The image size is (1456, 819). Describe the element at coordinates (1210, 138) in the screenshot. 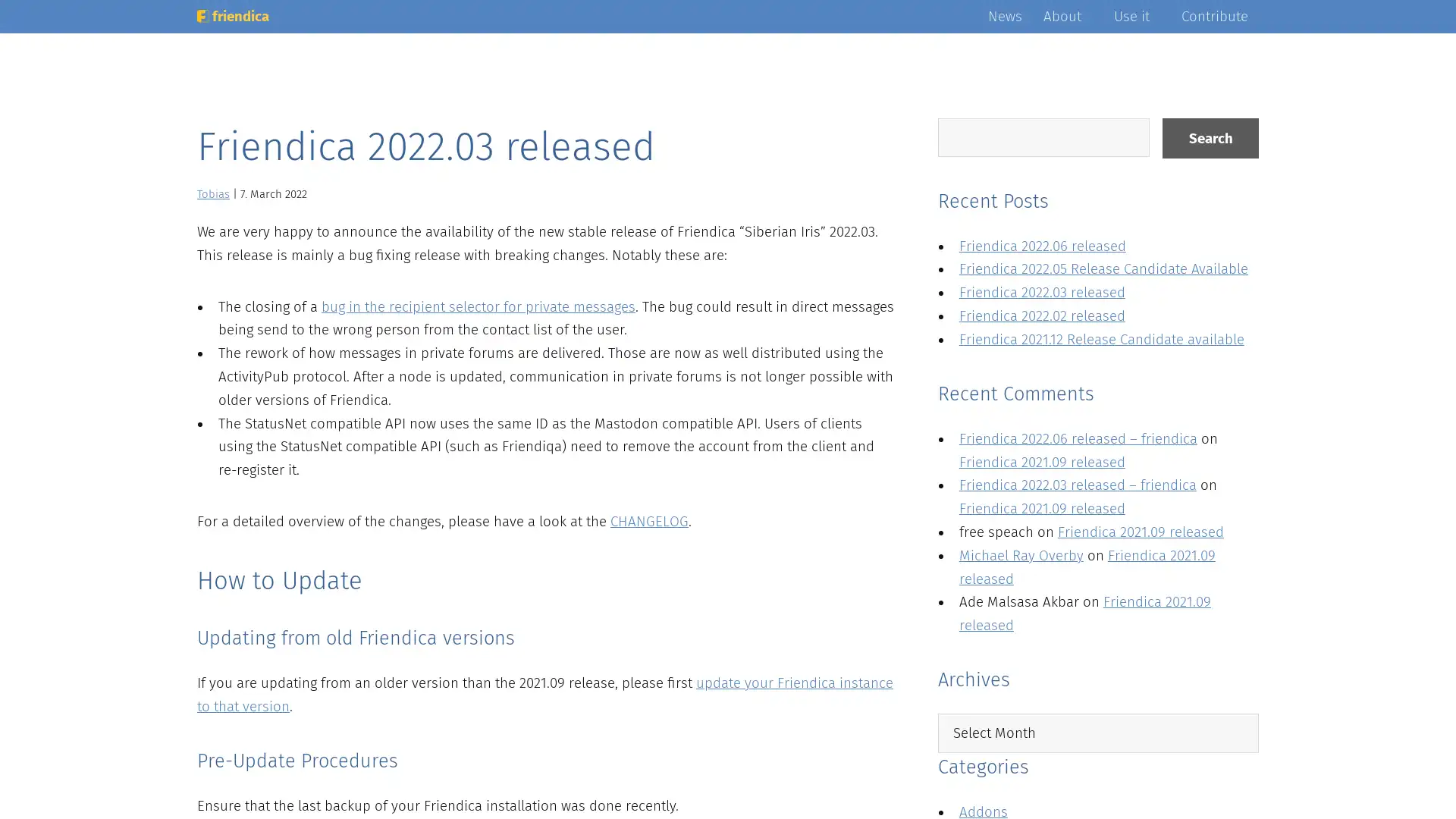

I see `Search` at that location.